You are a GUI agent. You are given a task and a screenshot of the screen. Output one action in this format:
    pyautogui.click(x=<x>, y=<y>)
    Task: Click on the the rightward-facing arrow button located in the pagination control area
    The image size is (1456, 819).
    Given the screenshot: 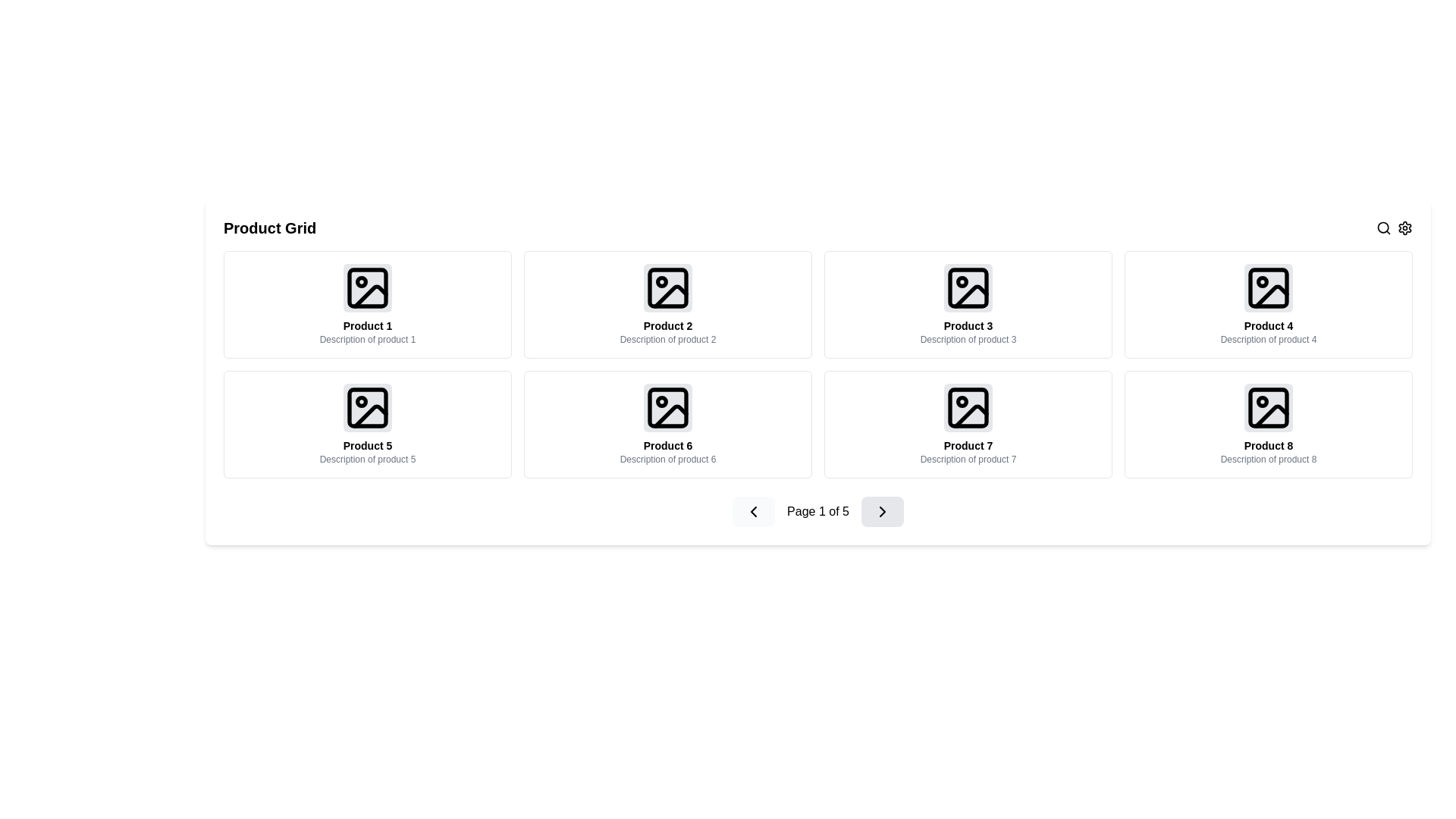 What is the action you would take?
    pyautogui.click(x=882, y=512)
    